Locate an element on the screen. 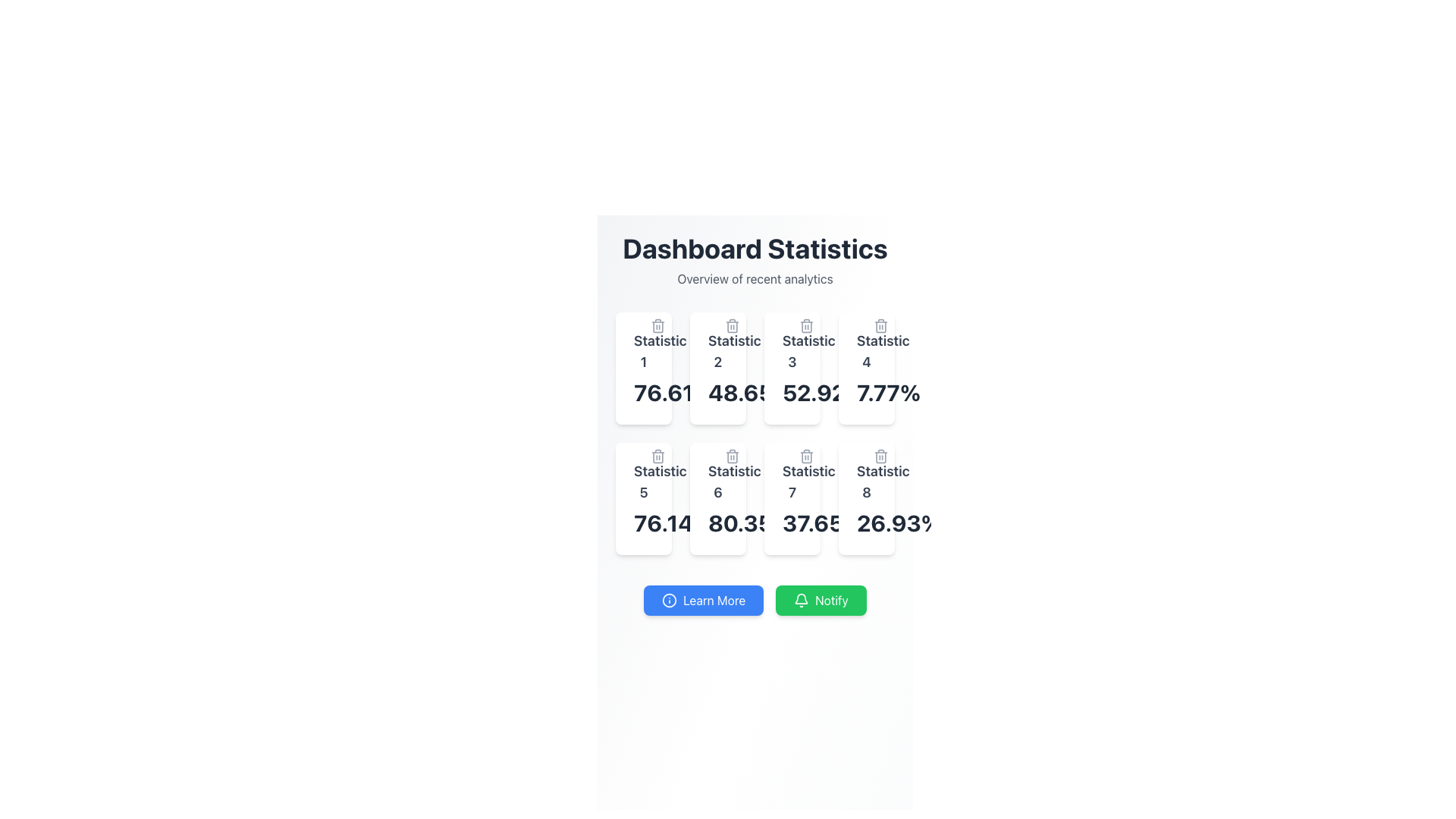 This screenshot has height=819, width=1456. the text display showcasing the numerical statistic value '7.77%' under the title 'Statistic 4.' is located at coordinates (866, 391).